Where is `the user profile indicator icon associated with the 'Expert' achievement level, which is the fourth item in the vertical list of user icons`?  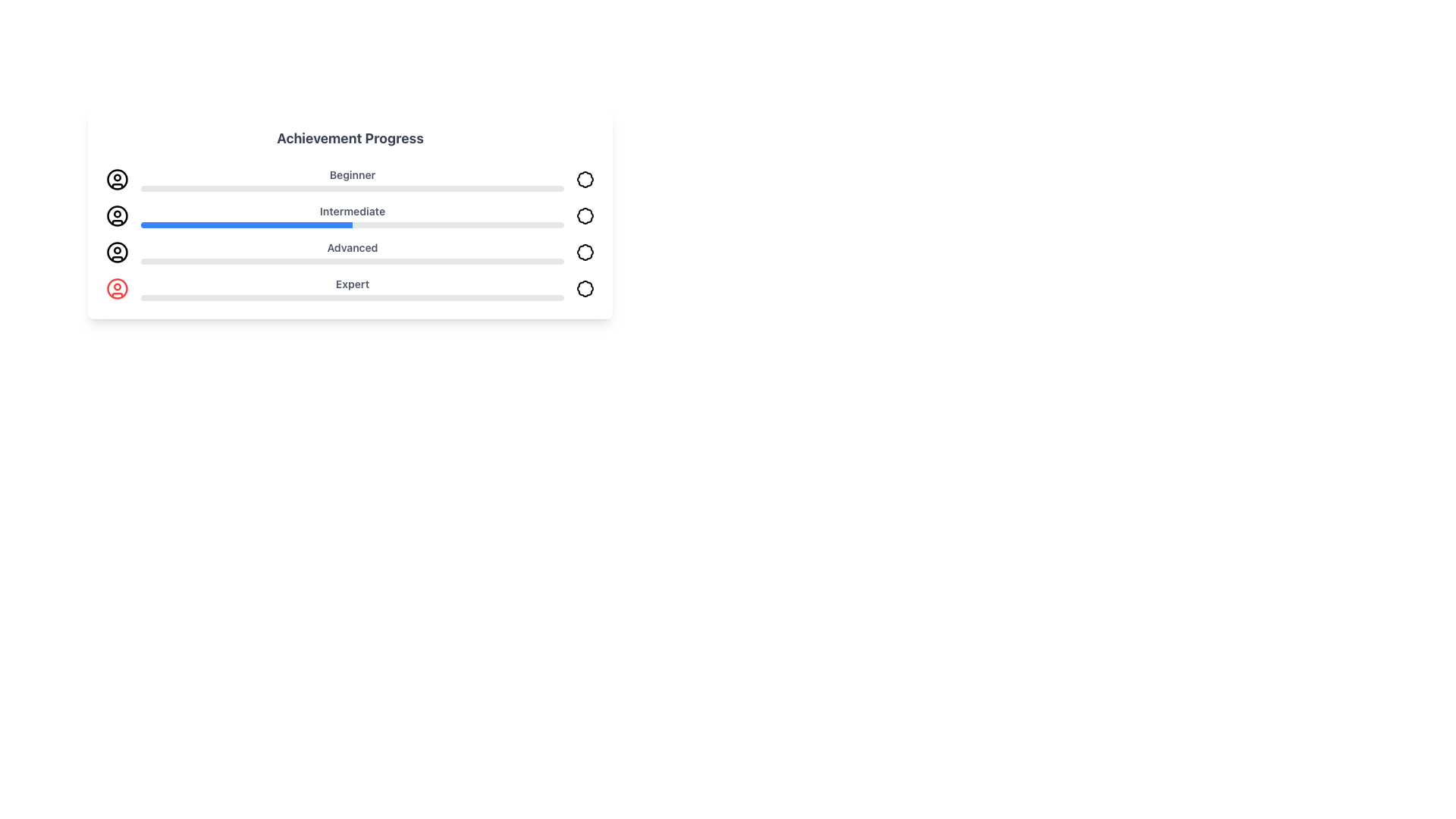
the user profile indicator icon associated with the 'Expert' achievement level, which is the fourth item in the vertical list of user icons is located at coordinates (116, 289).